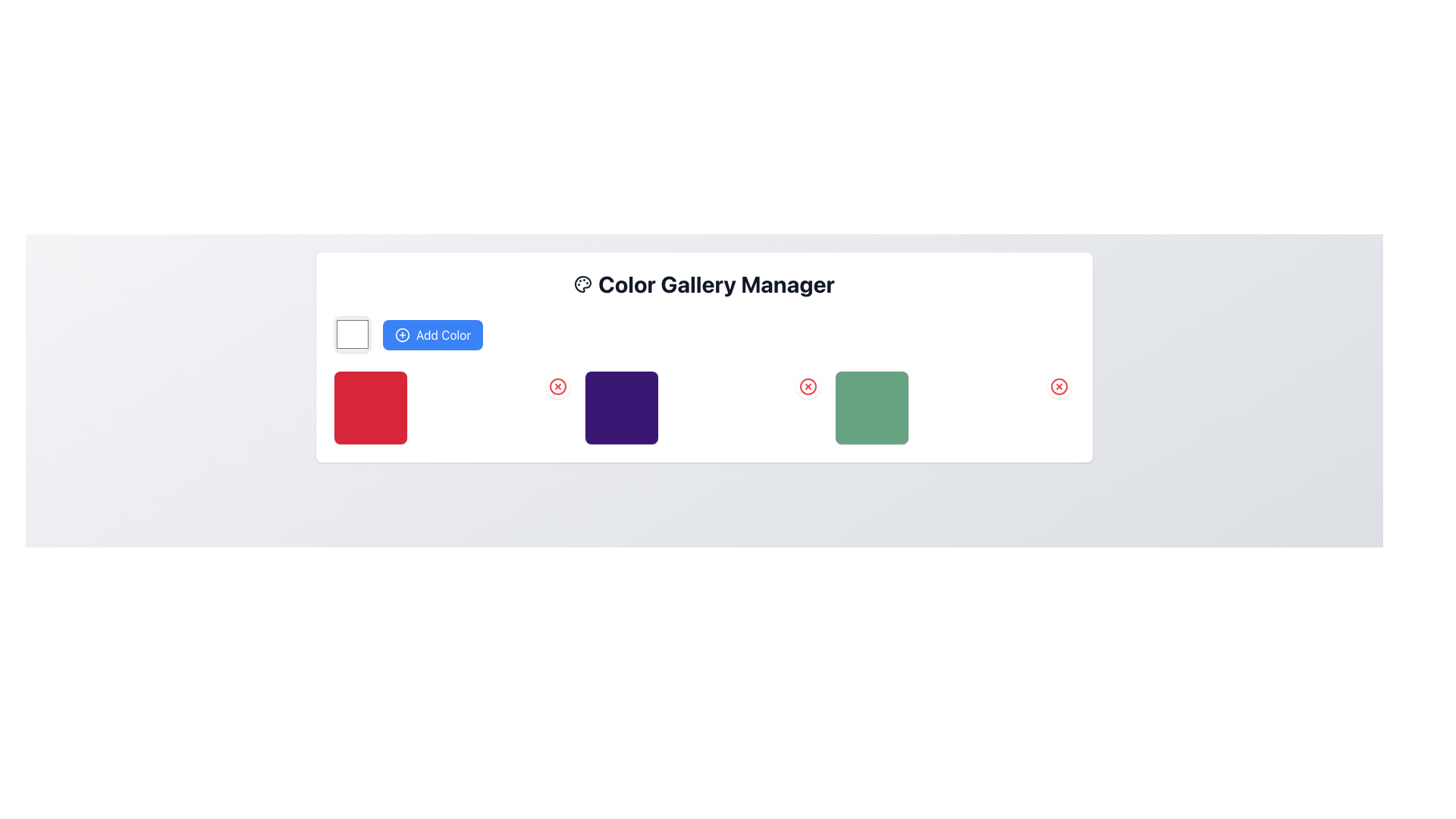 This screenshot has width=1456, height=819. What do you see at coordinates (371, 406) in the screenshot?
I see `the leftmost red square with rounded corners, which is located below the 'Add Color' button` at bounding box center [371, 406].